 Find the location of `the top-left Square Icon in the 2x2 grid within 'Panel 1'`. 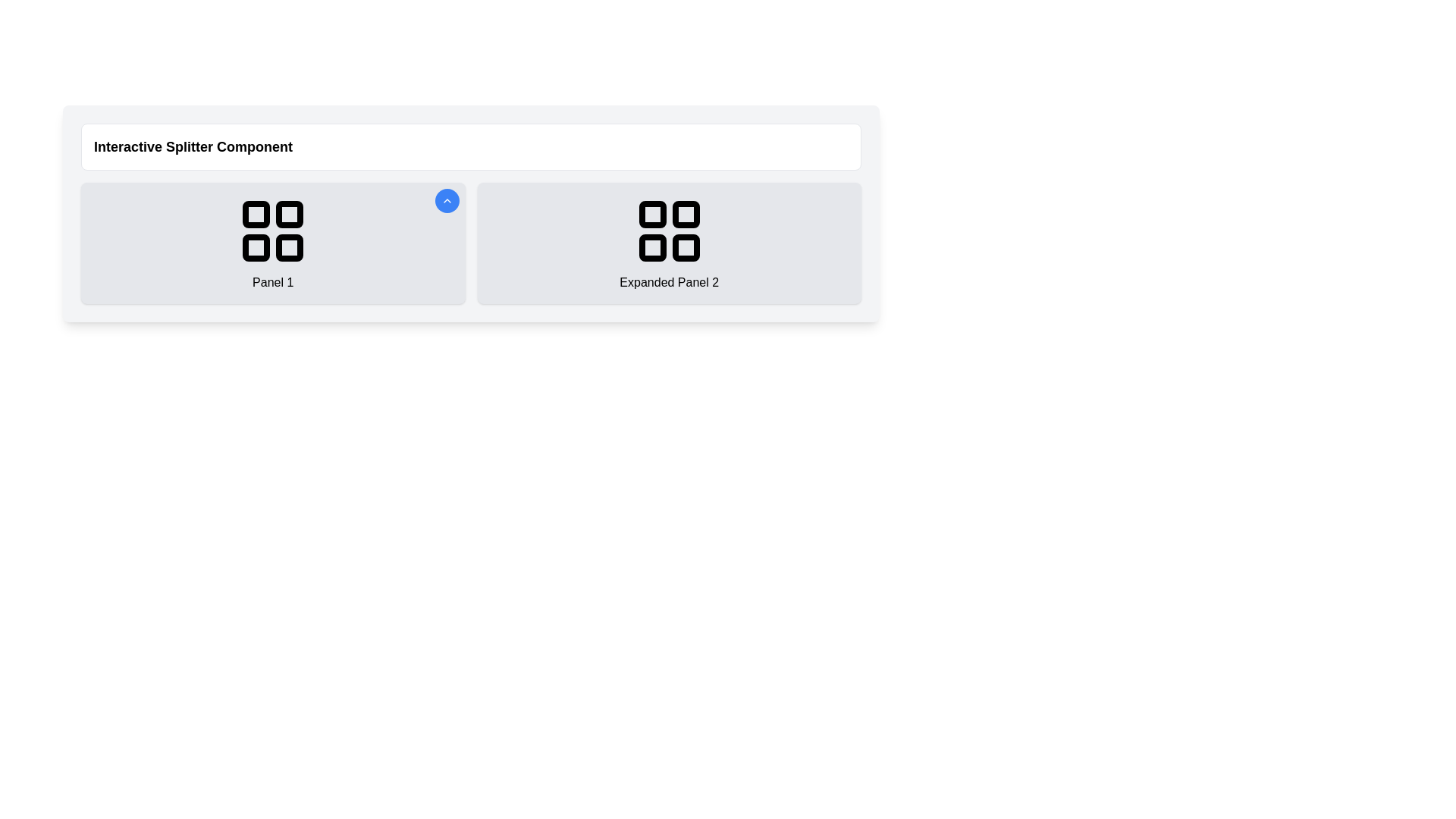

the top-left Square Icon in the 2x2 grid within 'Panel 1' is located at coordinates (256, 214).